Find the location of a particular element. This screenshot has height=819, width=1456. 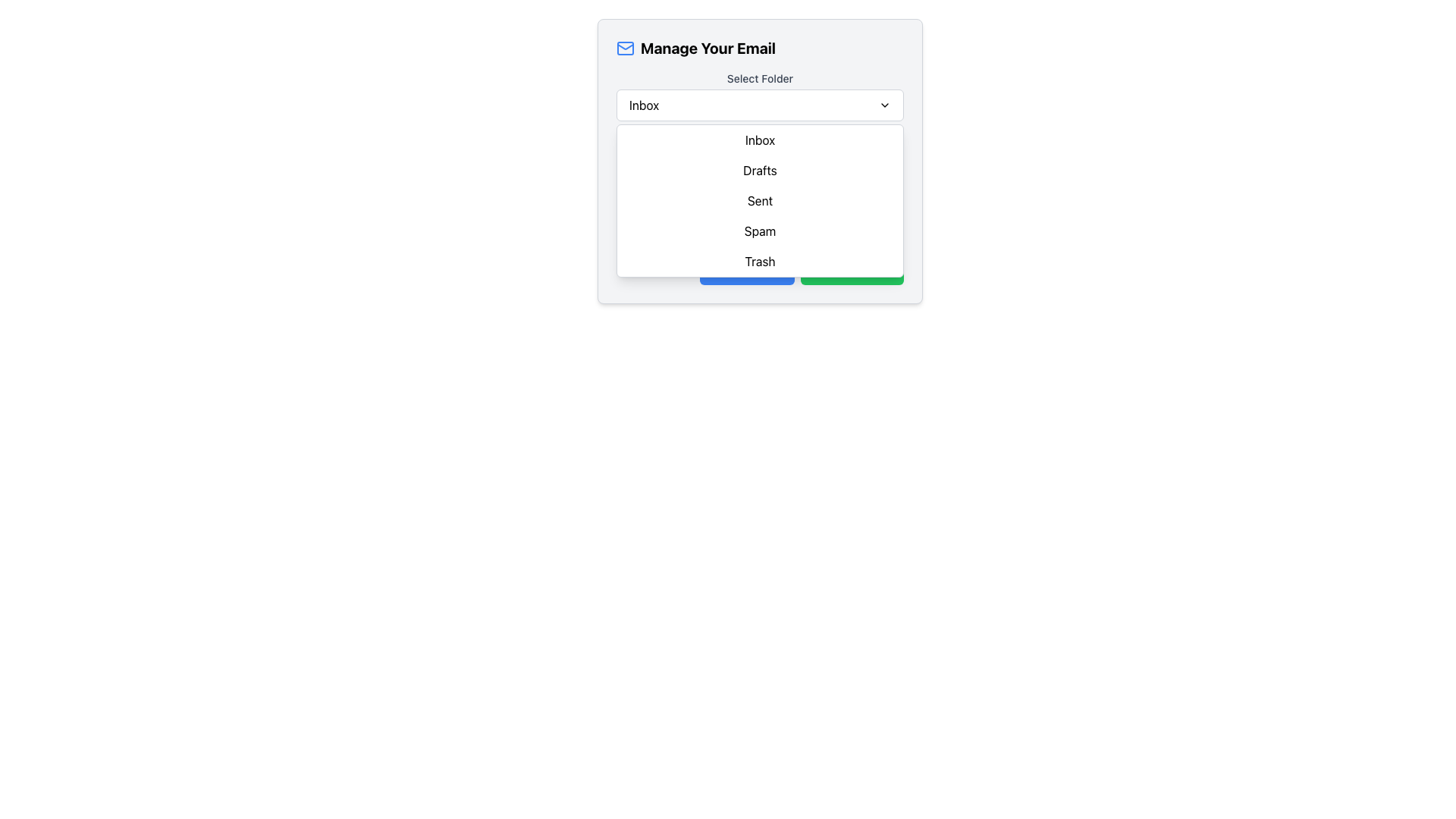

the 'Spam' option in the dropdown menu is located at coordinates (760, 231).